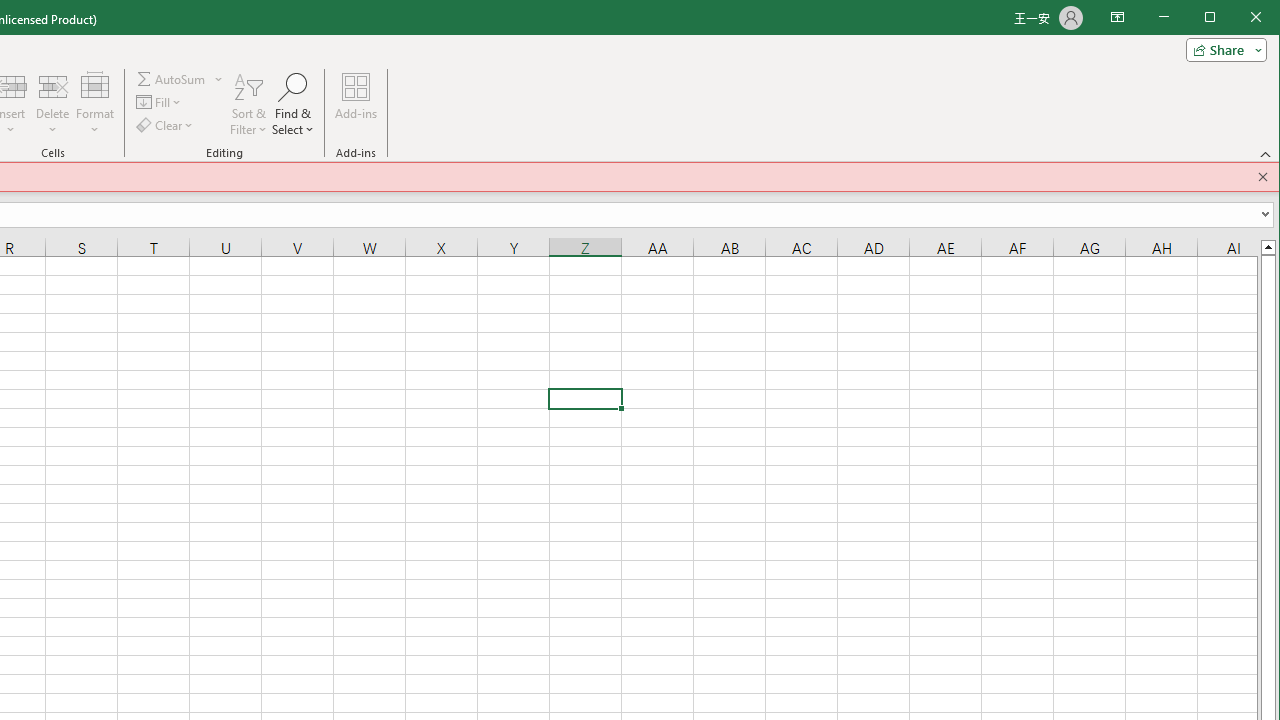 The image size is (1280, 720). Describe the element at coordinates (53, 85) in the screenshot. I see `'Delete Cells...'` at that location.